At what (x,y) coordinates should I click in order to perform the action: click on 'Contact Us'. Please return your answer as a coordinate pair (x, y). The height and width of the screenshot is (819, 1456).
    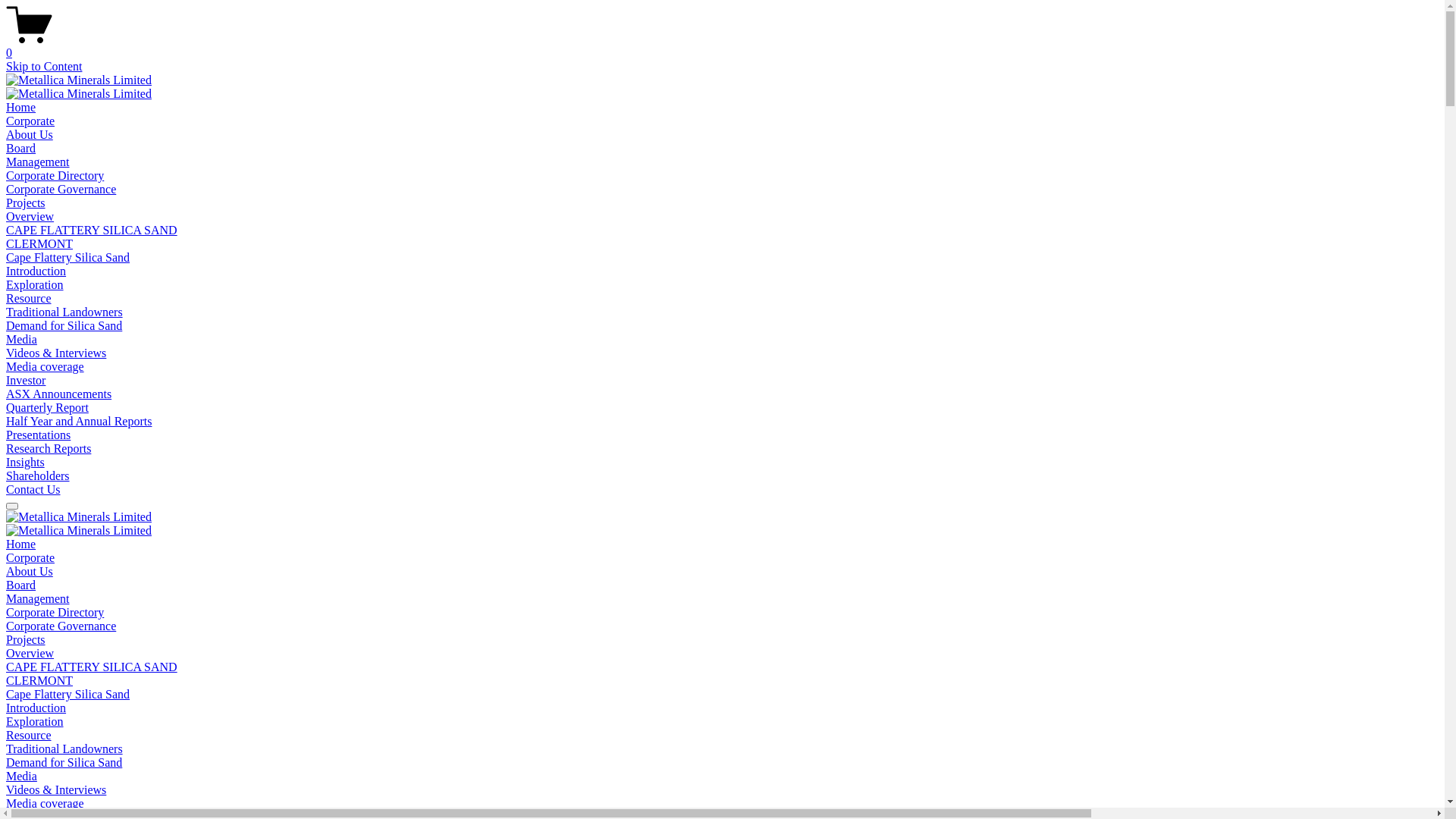
    Looking at the image, I should click on (33, 489).